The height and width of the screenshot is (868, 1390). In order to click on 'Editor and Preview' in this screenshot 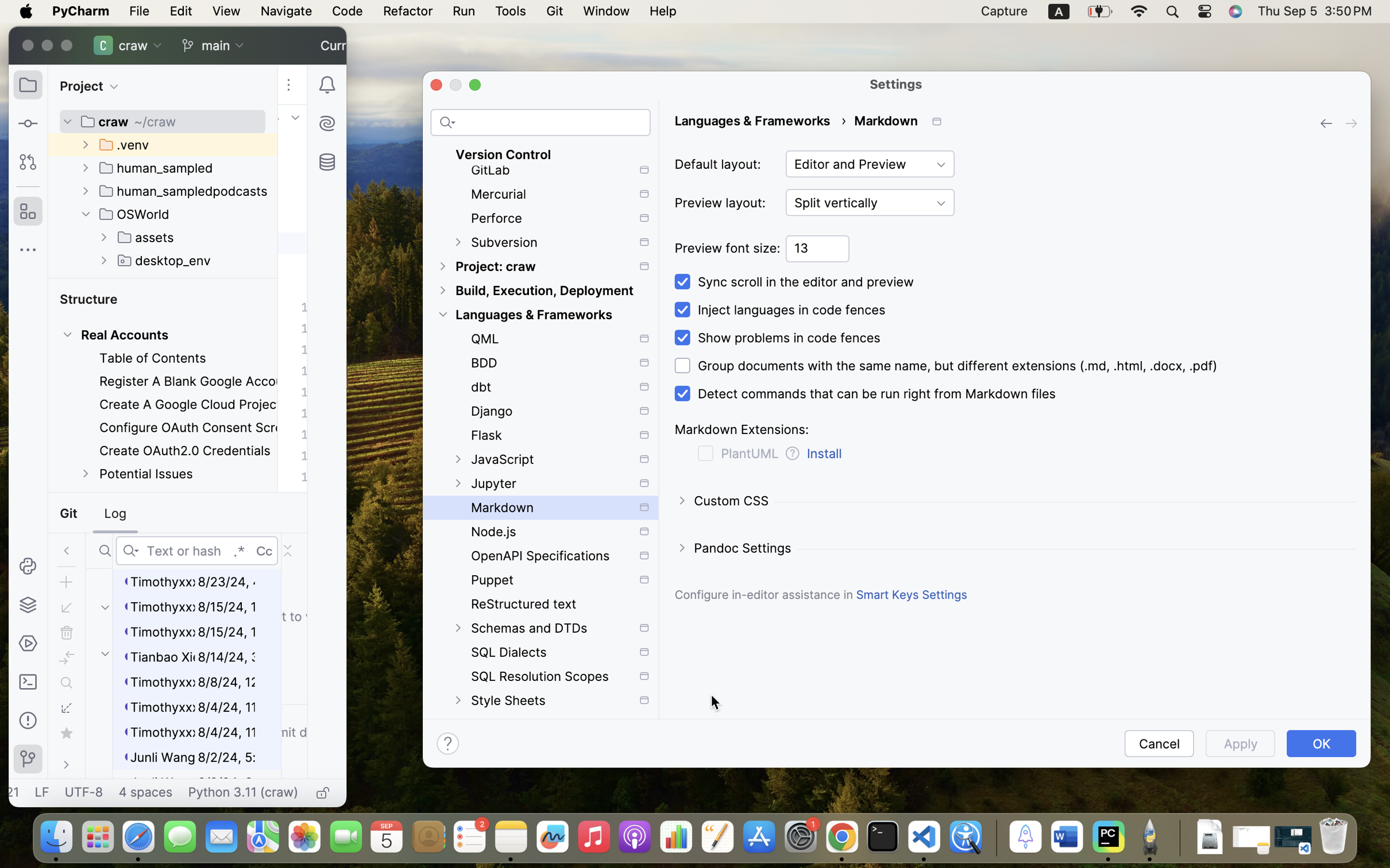, I will do `click(869, 164)`.